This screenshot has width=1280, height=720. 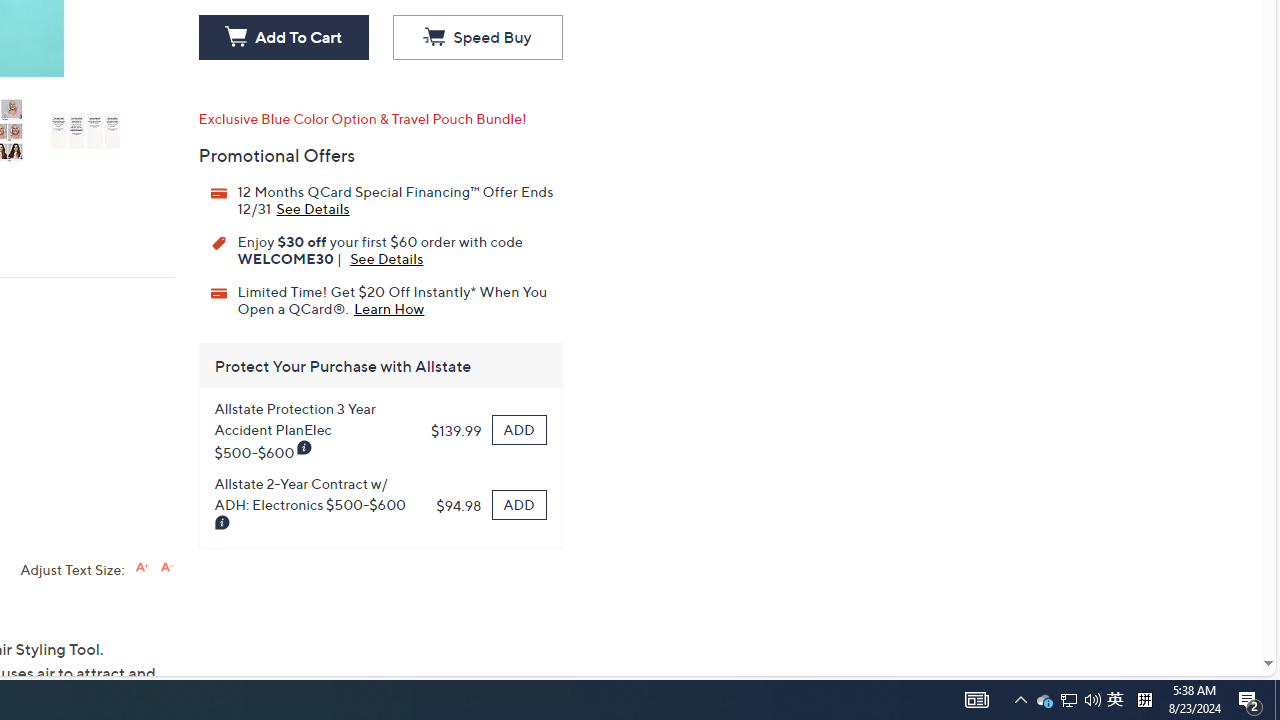 What do you see at coordinates (141, 567) in the screenshot?
I see `'Increase font size'` at bounding box center [141, 567].